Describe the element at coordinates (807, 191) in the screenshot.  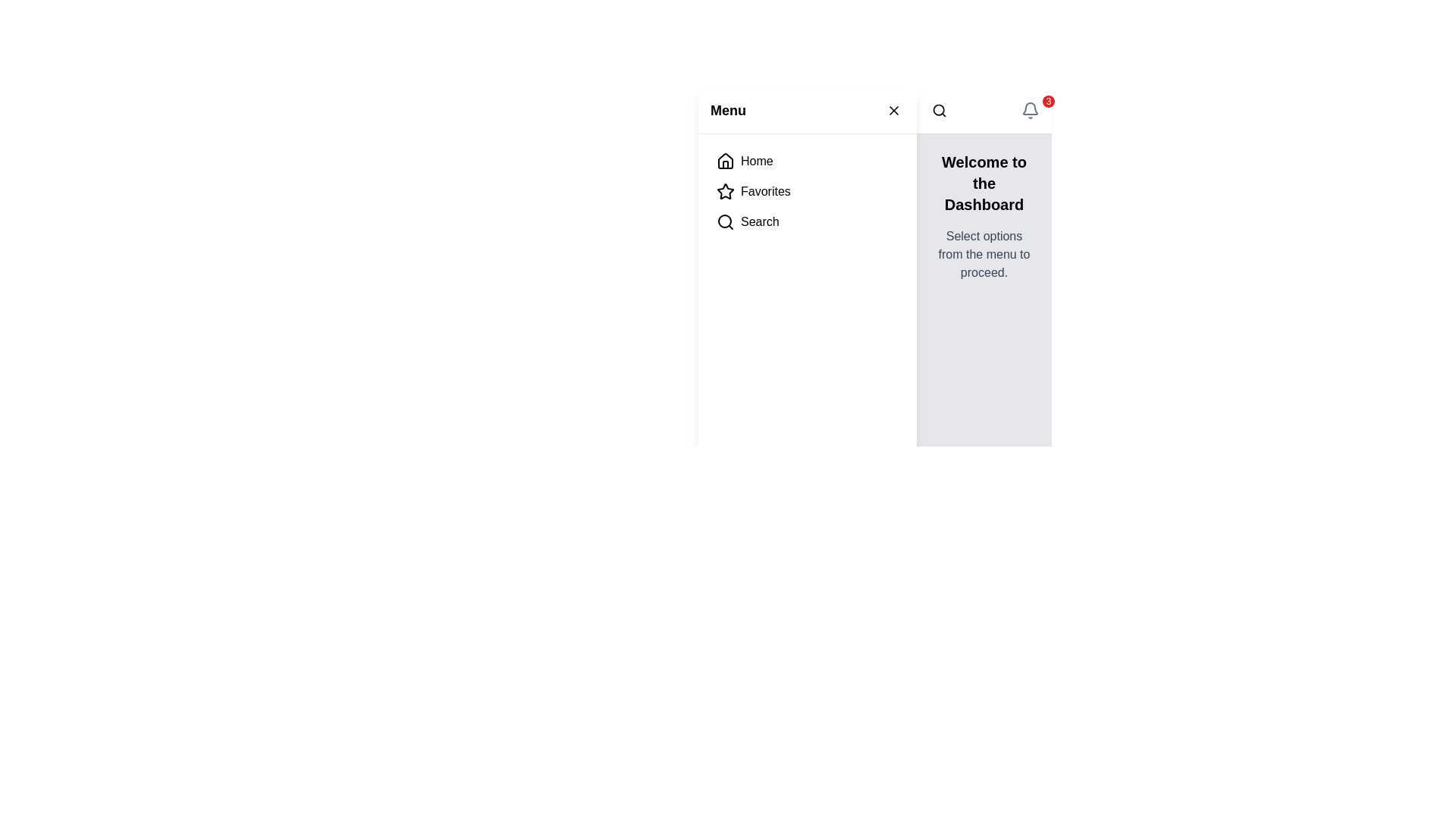
I see `the second item in the vertical menu that serves as a navigation link to the favorites page` at that location.